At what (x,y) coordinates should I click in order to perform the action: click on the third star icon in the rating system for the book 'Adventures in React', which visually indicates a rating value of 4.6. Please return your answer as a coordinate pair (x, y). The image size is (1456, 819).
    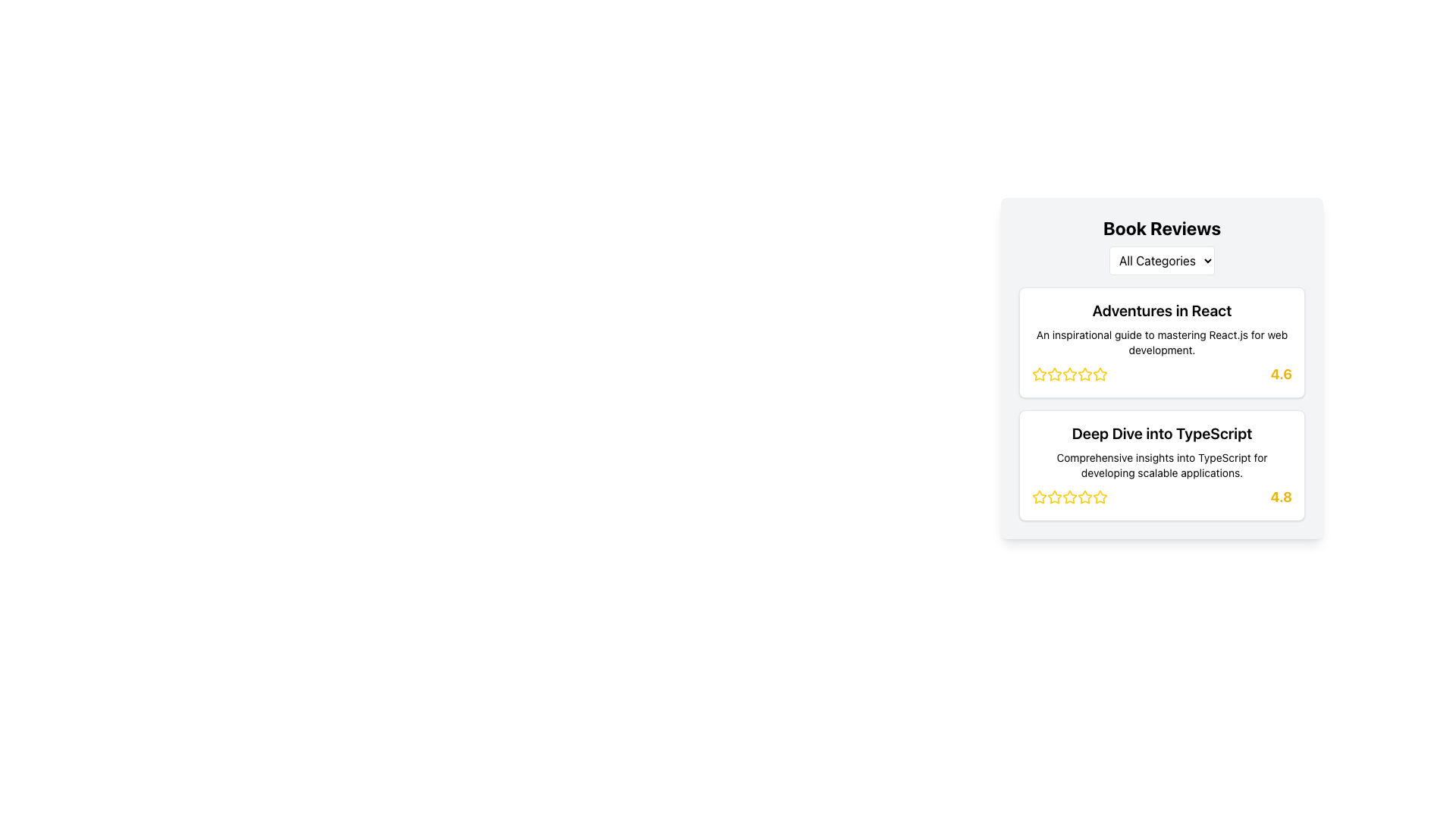
    Looking at the image, I should click on (1069, 374).